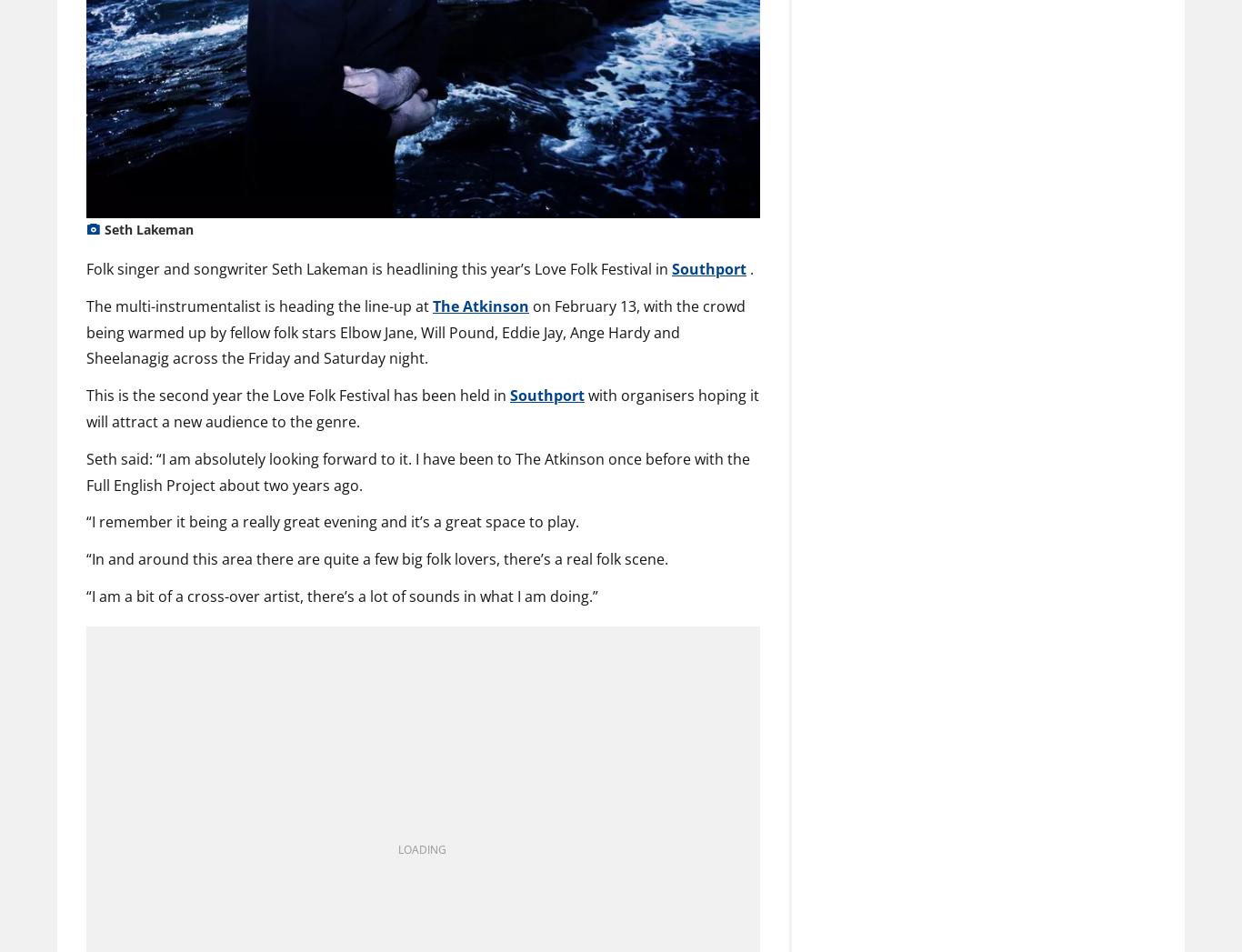 The width and height of the screenshot is (1242, 952). Describe the element at coordinates (104, 228) in the screenshot. I see `'Seth Lakeman'` at that location.